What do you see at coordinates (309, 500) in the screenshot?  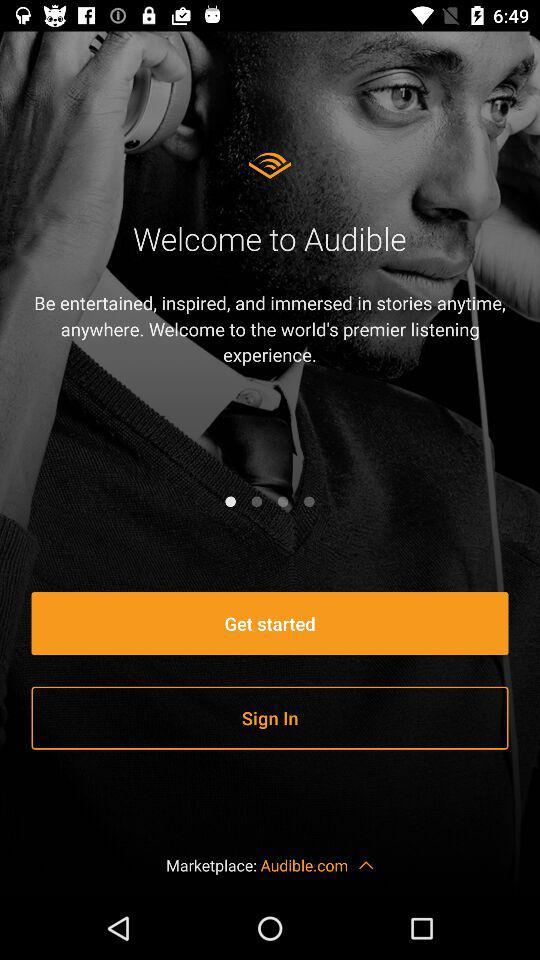 I see `the avatar icon` at bounding box center [309, 500].